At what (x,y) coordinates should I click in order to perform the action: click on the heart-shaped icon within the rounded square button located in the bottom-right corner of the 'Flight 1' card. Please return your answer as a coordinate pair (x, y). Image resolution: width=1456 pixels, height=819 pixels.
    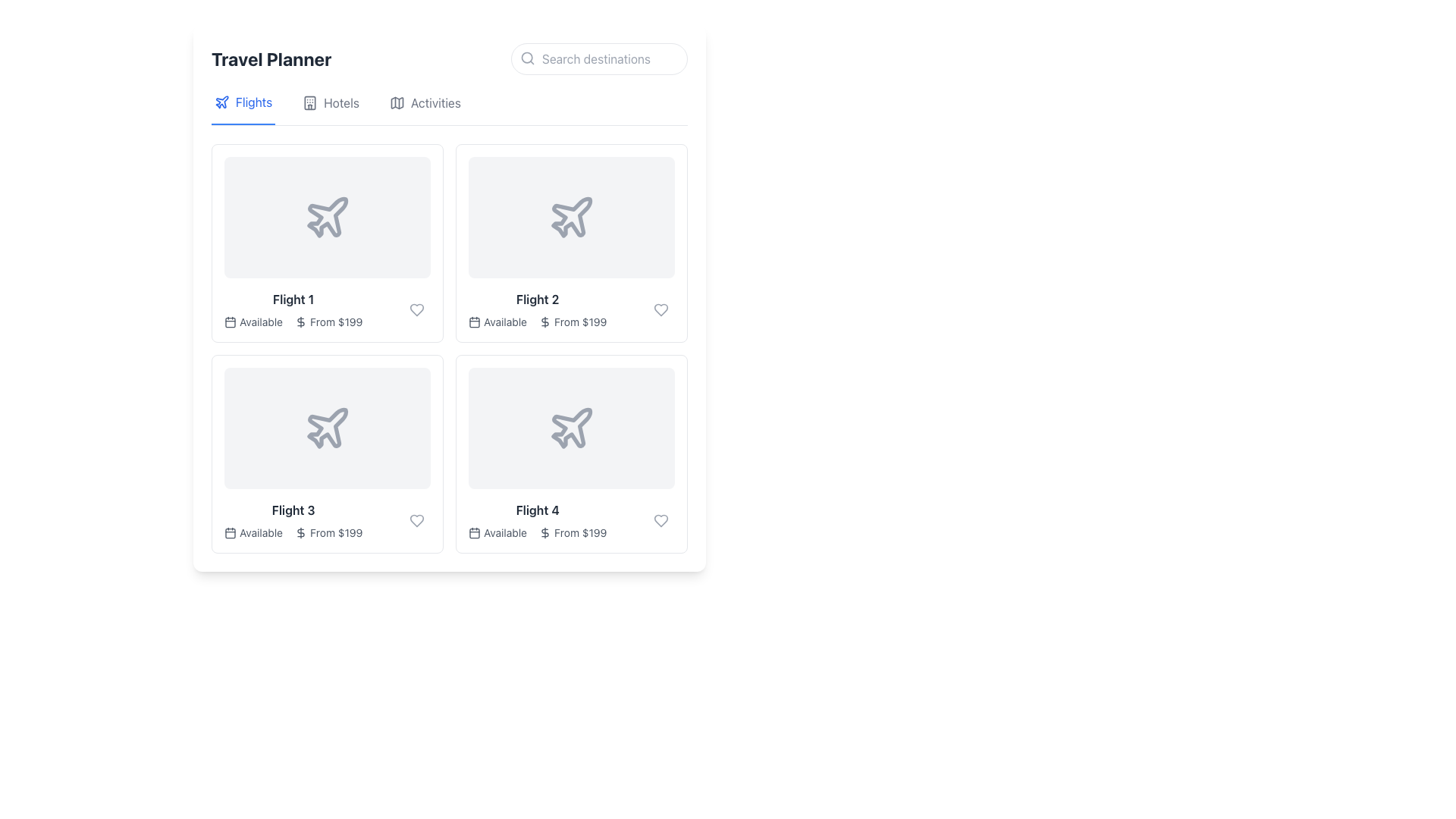
    Looking at the image, I should click on (417, 309).